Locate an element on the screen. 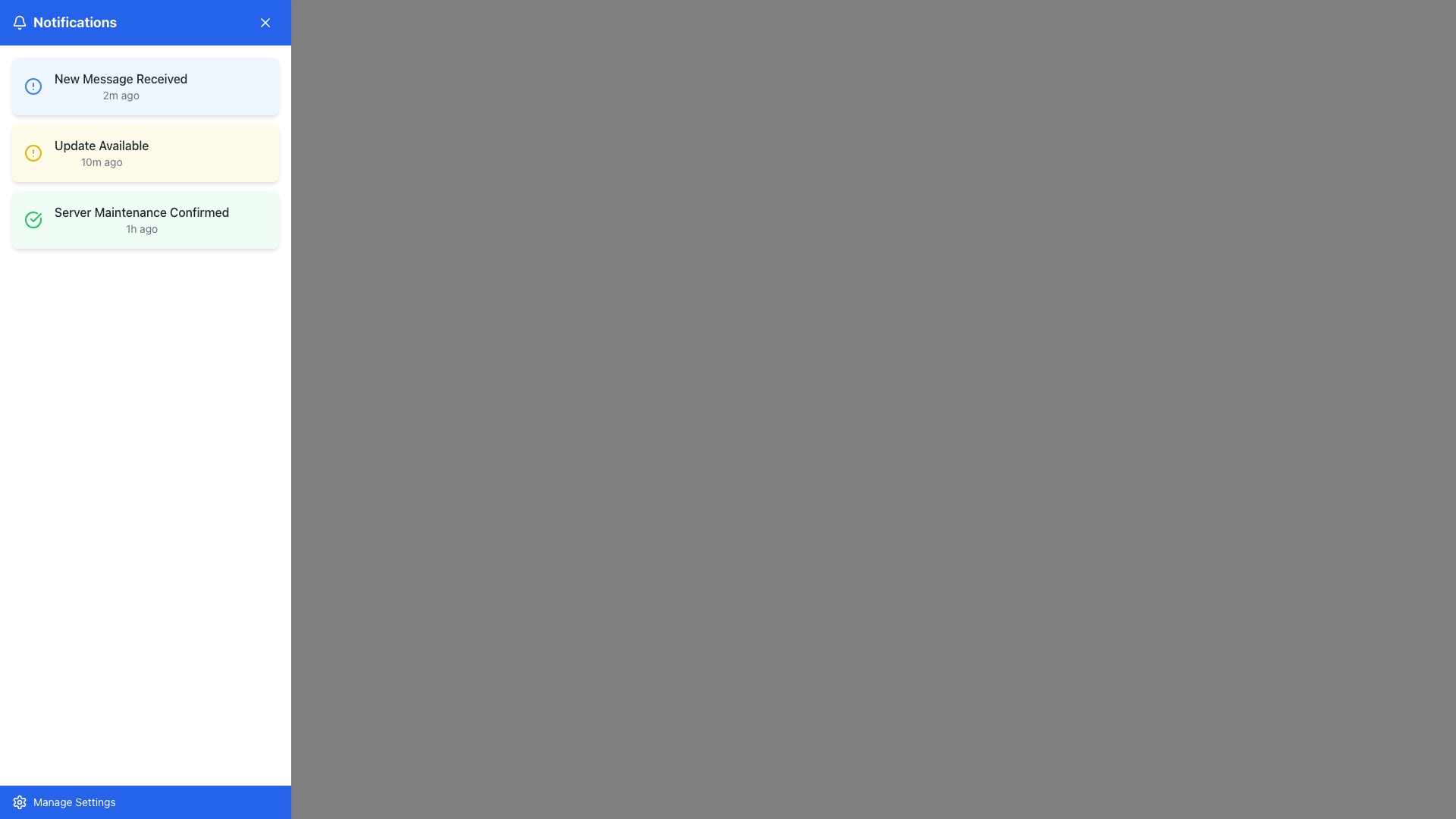  the text display of the first notification card in the sidebar notification panel that indicates a new message notification is located at coordinates (120, 86).